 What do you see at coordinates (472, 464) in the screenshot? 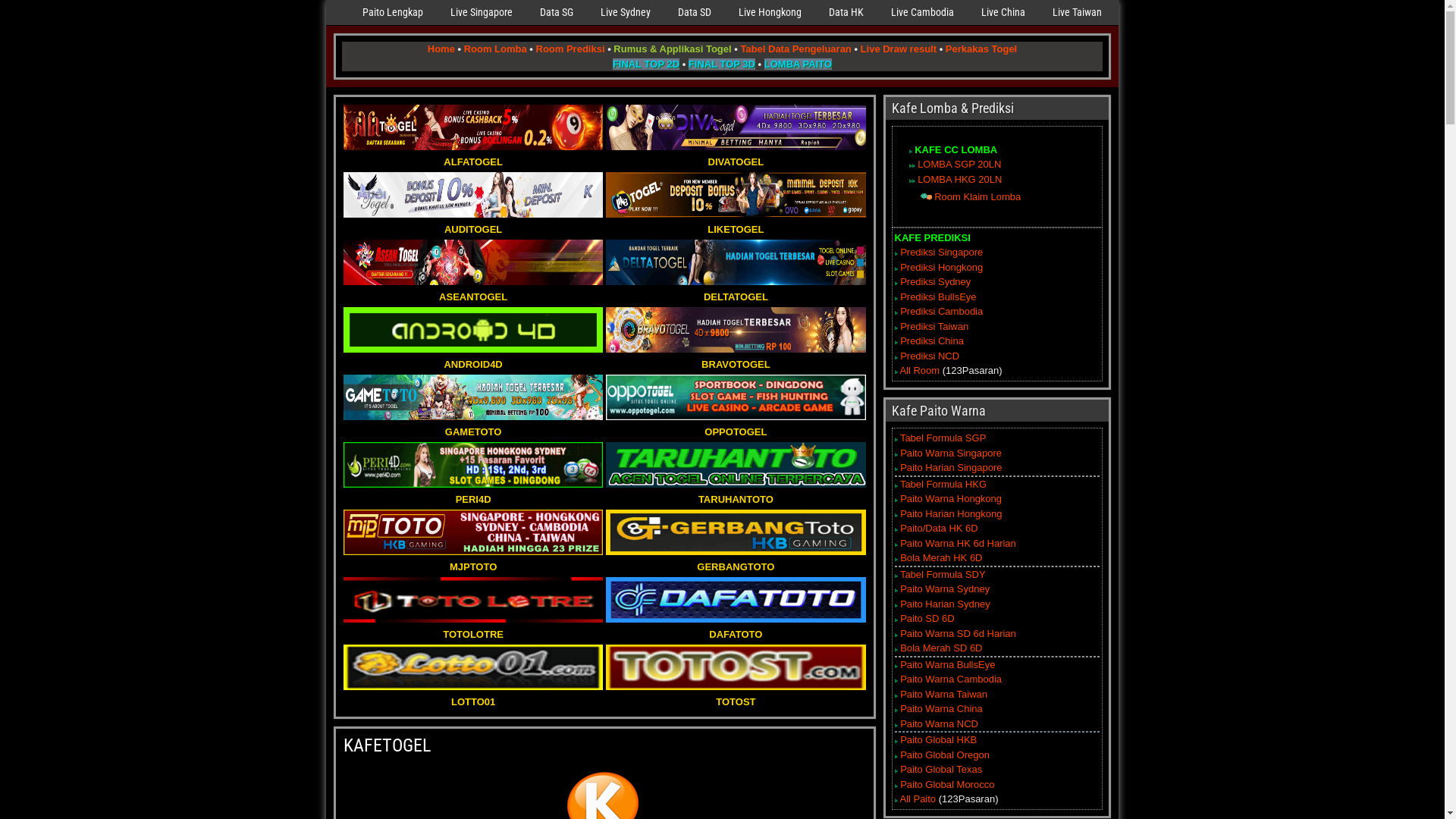
I see `'Bandar Judi Online Terpercaya peri4d'` at bounding box center [472, 464].